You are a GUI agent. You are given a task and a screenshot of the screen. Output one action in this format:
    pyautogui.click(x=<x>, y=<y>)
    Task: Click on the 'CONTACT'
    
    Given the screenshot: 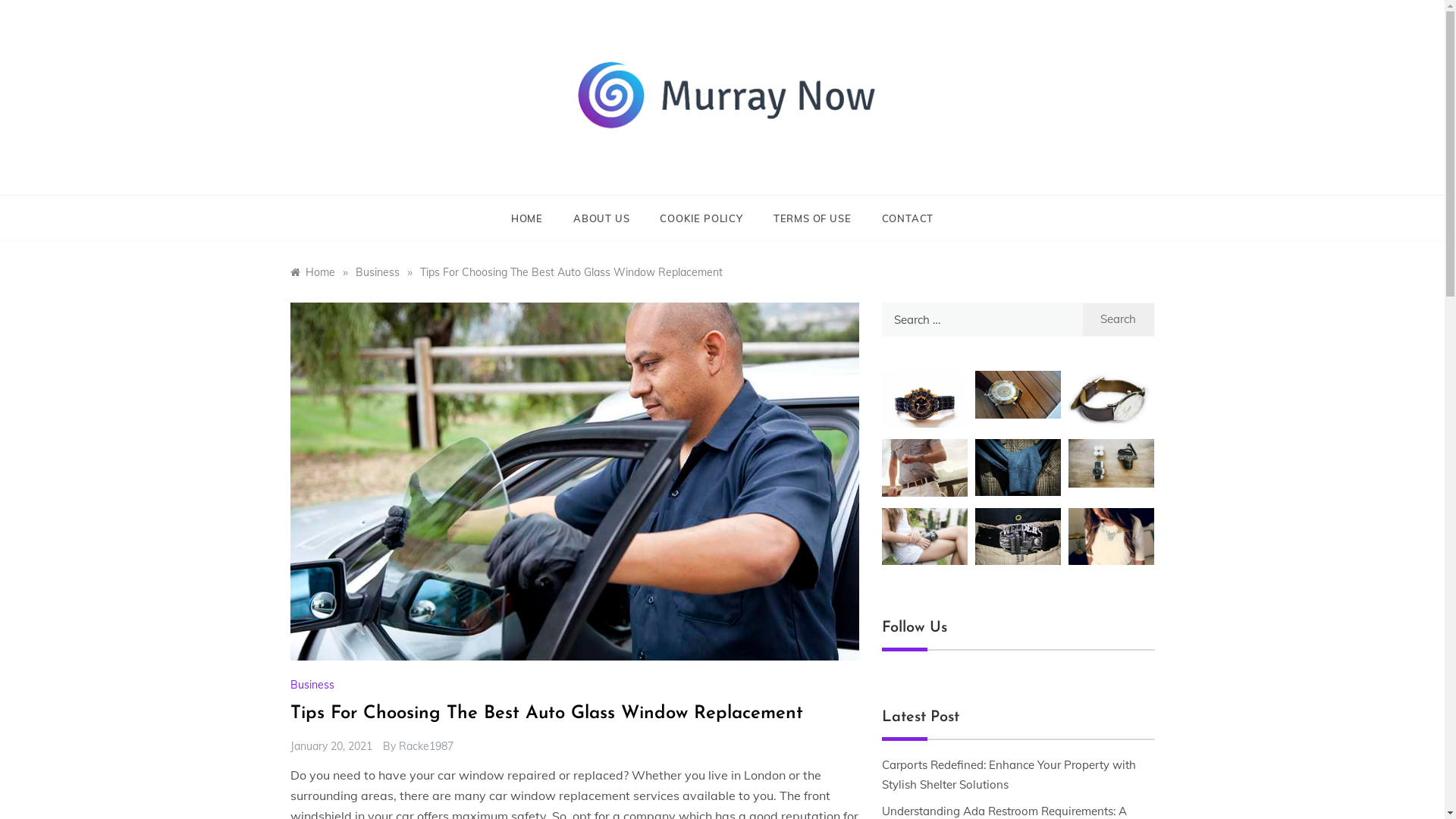 What is the action you would take?
    pyautogui.click(x=866, y=218)
    